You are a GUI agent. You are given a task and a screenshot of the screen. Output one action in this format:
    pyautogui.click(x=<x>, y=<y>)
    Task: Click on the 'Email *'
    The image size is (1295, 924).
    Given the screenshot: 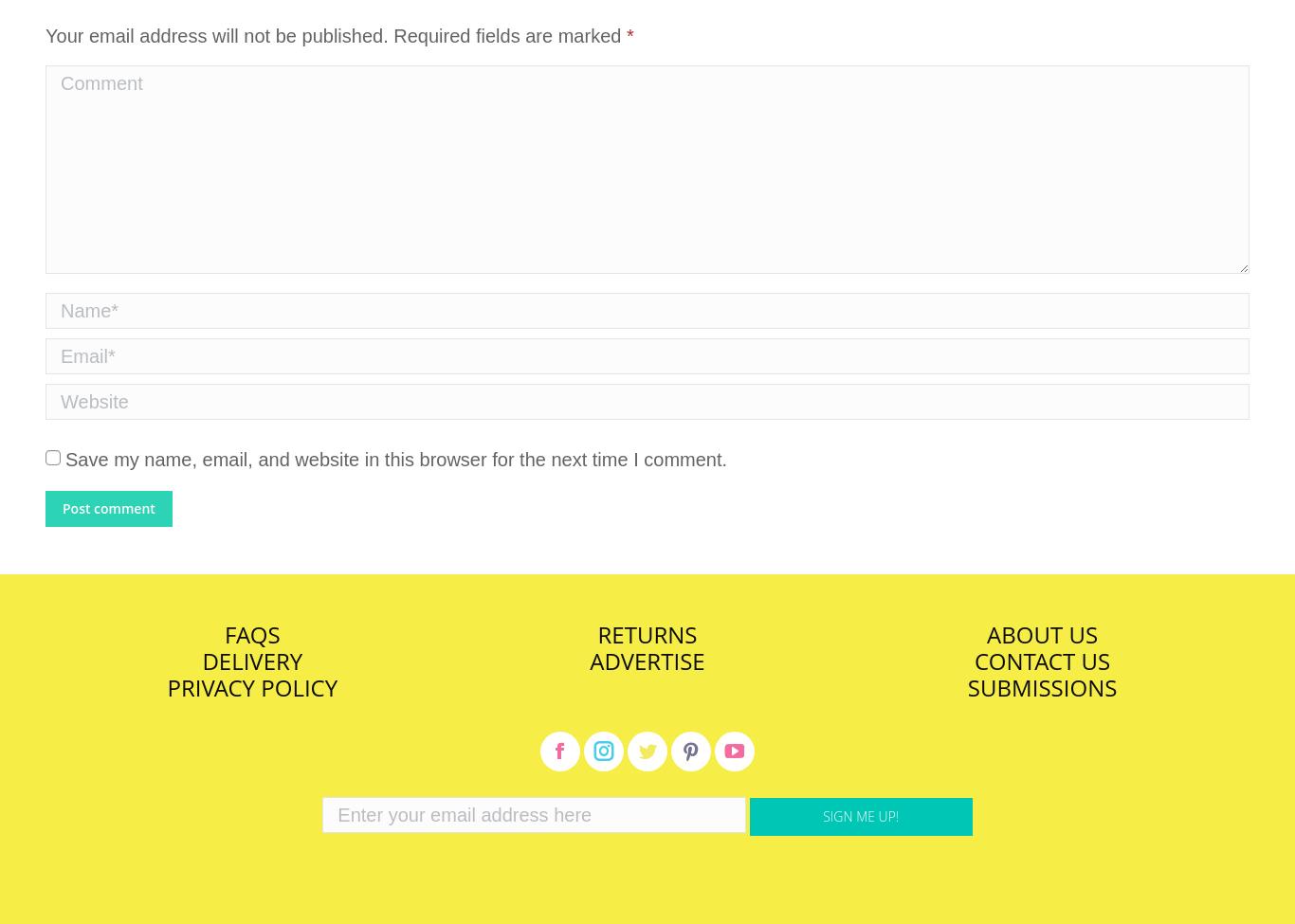 What is the action you would take?
    pyautogui.click(x=75, y=353)
    